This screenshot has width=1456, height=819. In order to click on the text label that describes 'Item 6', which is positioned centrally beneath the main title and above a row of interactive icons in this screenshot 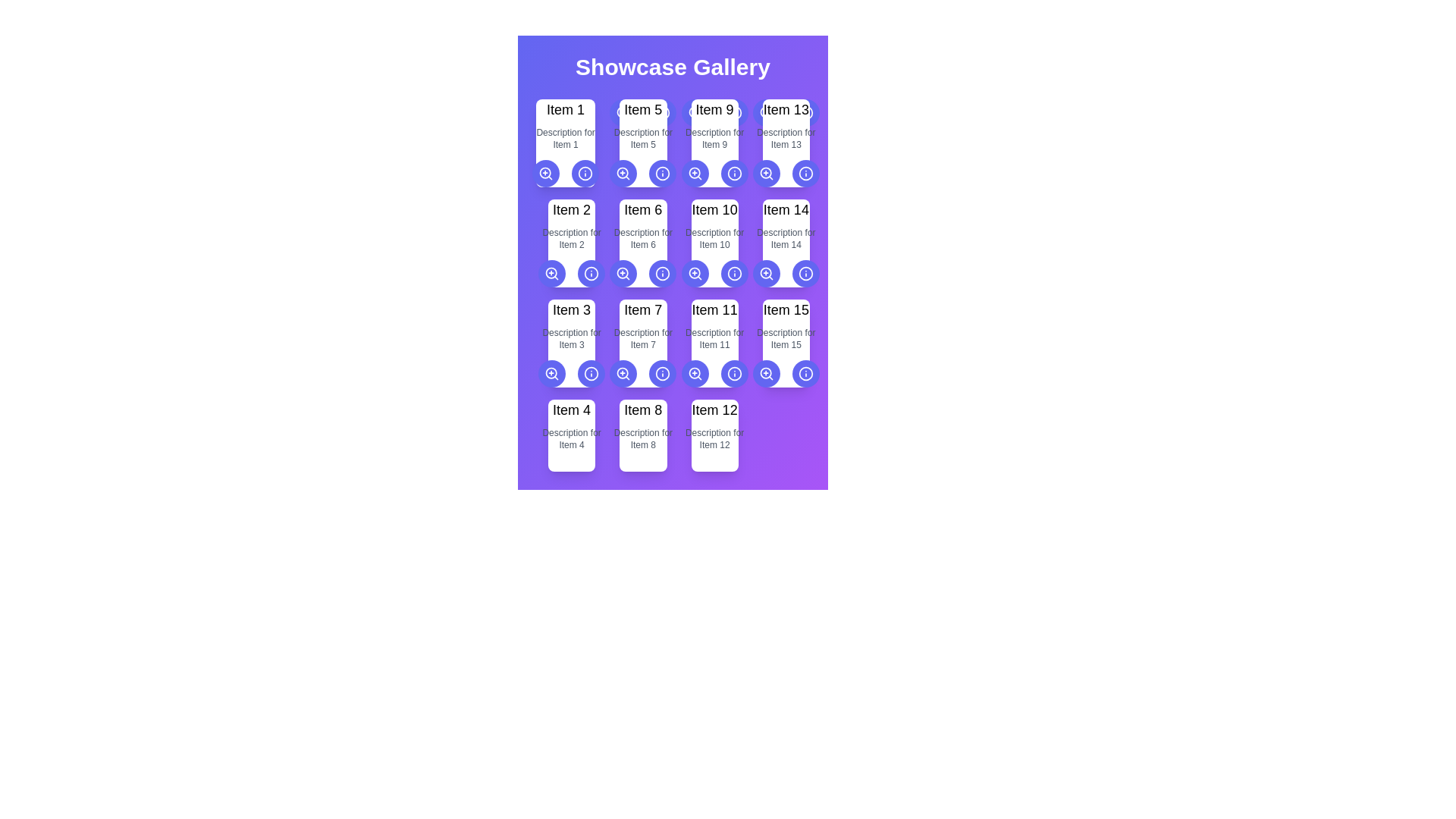, I will do `click(643, 239)`.